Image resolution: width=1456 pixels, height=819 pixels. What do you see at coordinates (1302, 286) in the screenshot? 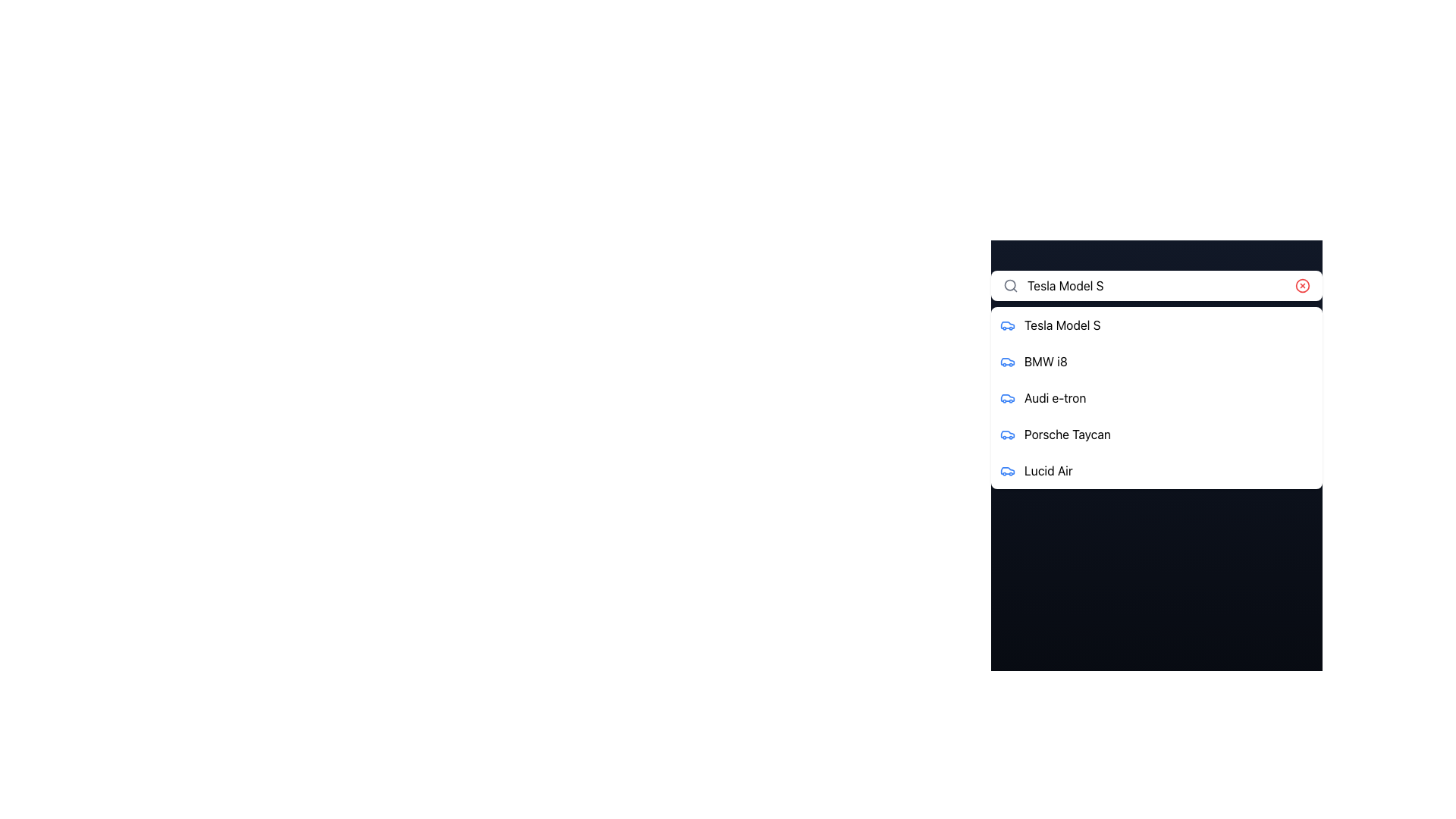
I see `the circular close button with a red border and 'X' icon, located at the rightmost side of the input field` at bounding box center [1302, 286].